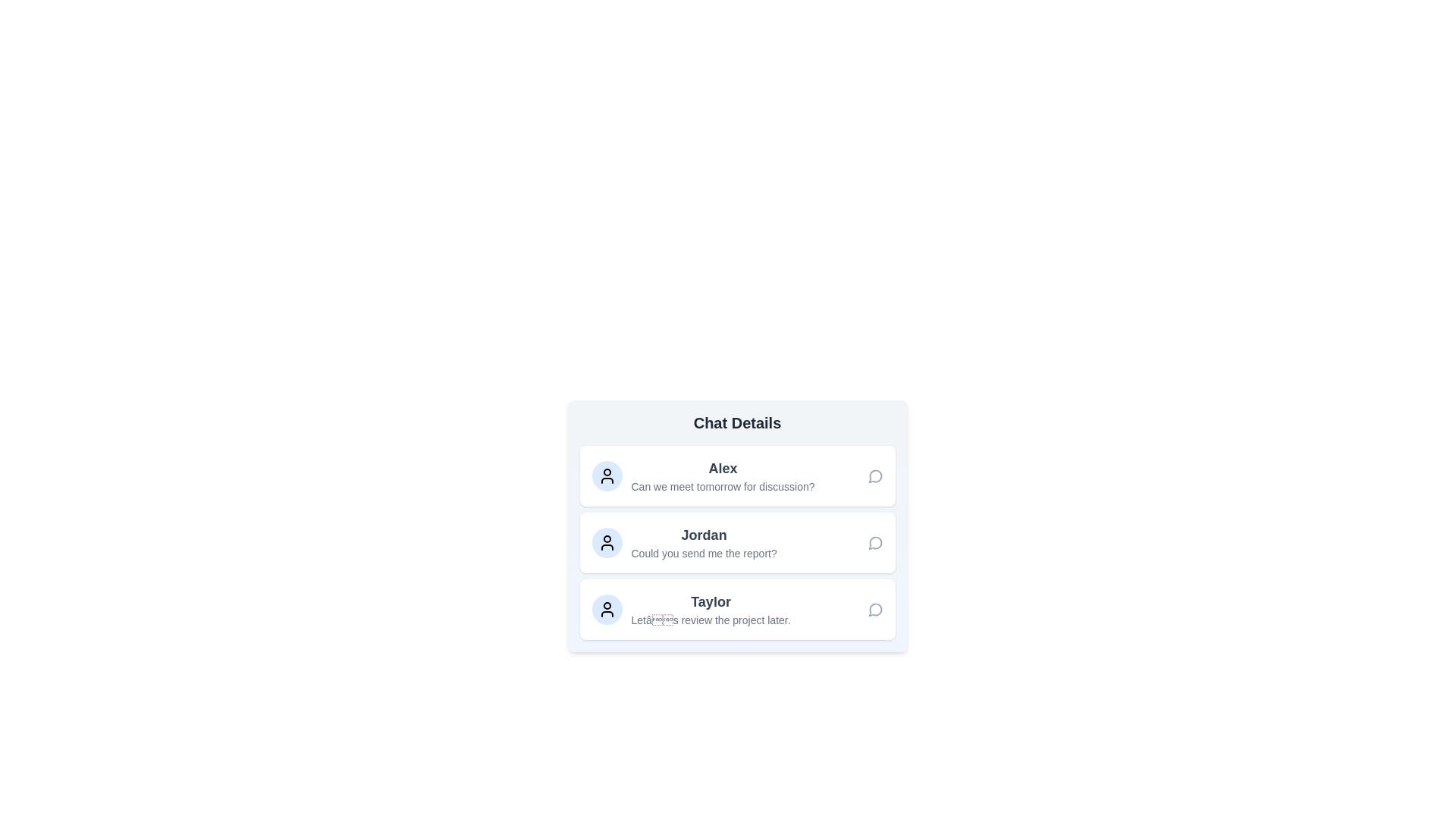  Describe the element at coordinates (875, 608) in the screenshot. I see `the chat icon for the user Taylor` at that location.